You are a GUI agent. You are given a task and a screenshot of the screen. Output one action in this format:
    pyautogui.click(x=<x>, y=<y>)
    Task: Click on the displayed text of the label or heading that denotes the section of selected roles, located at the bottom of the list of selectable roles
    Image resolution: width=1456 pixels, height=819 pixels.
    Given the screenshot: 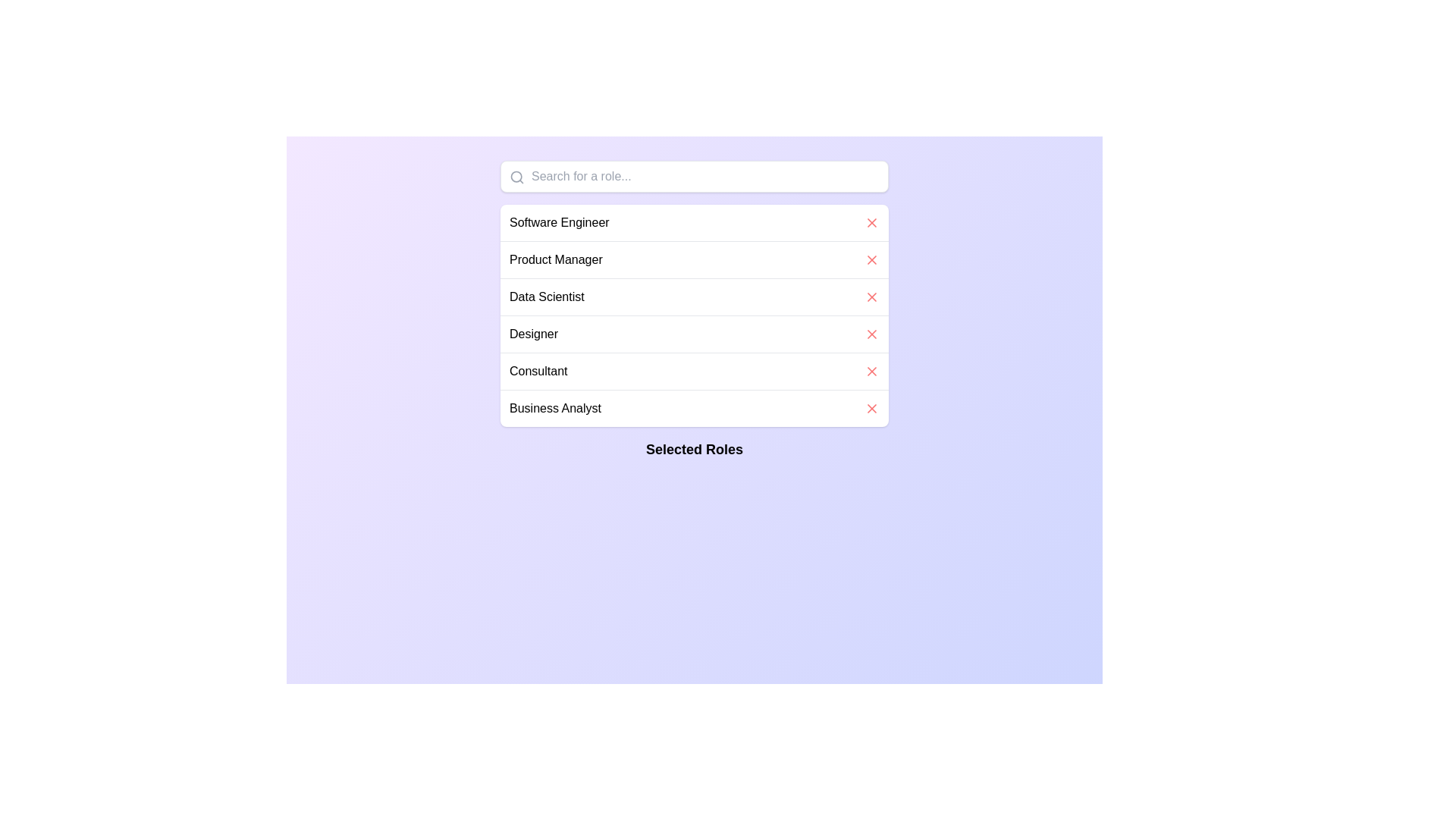 What is the action you would take?
    pyautogui.click(x=694, y=449)
    